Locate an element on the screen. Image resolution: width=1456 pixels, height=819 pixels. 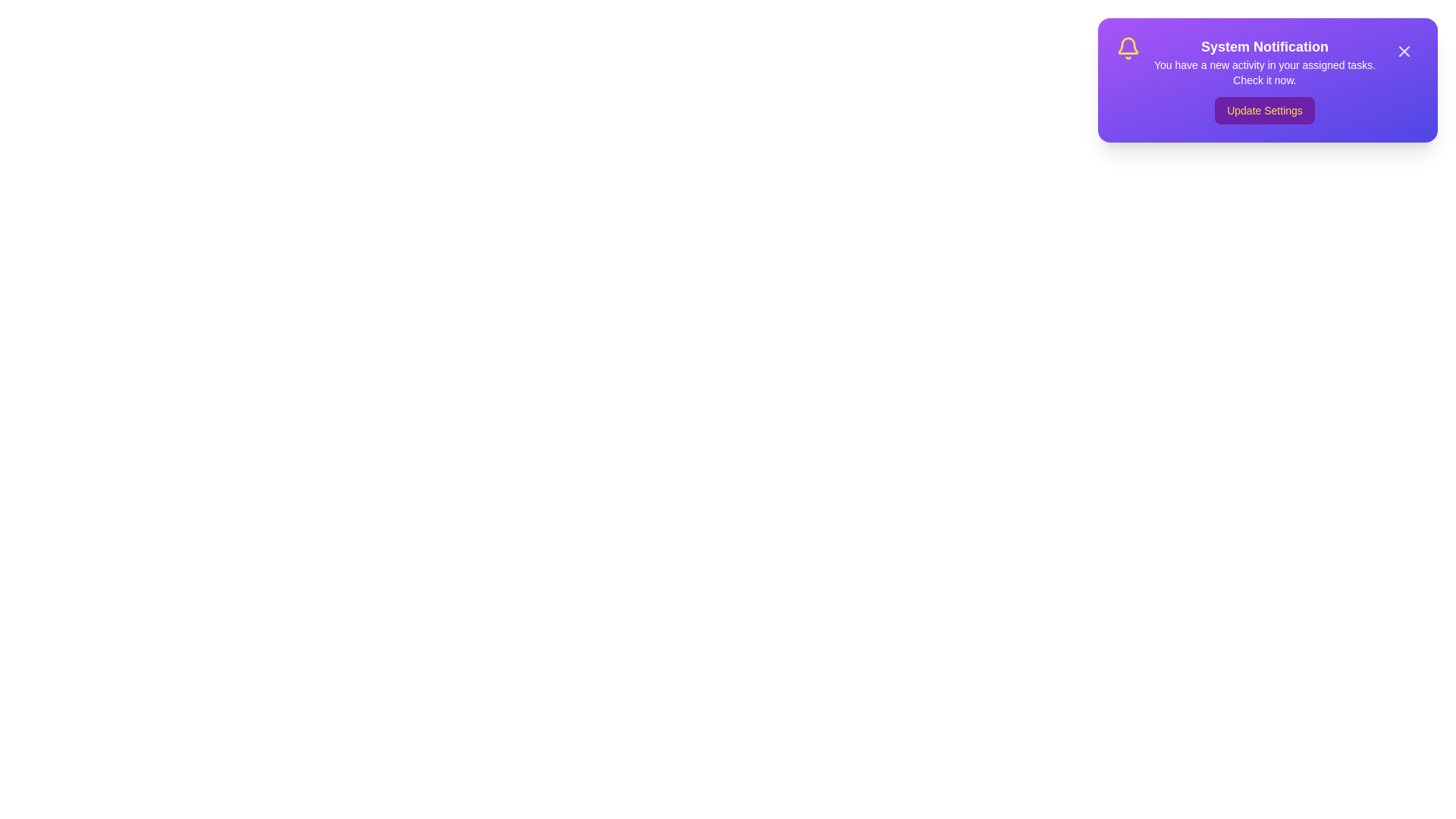
close button to dismiss the notification is located at coordinates (1404, 51).